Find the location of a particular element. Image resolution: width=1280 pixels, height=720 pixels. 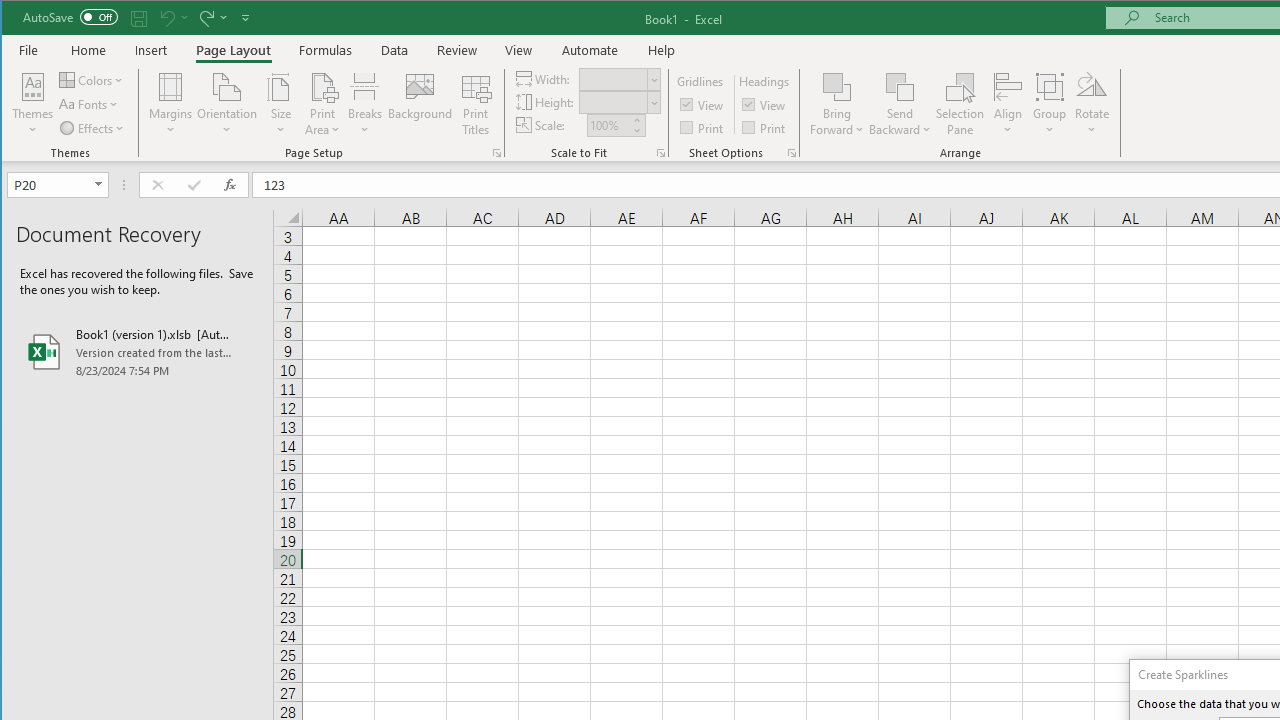

'Width' is located at coordinates (618, 78).